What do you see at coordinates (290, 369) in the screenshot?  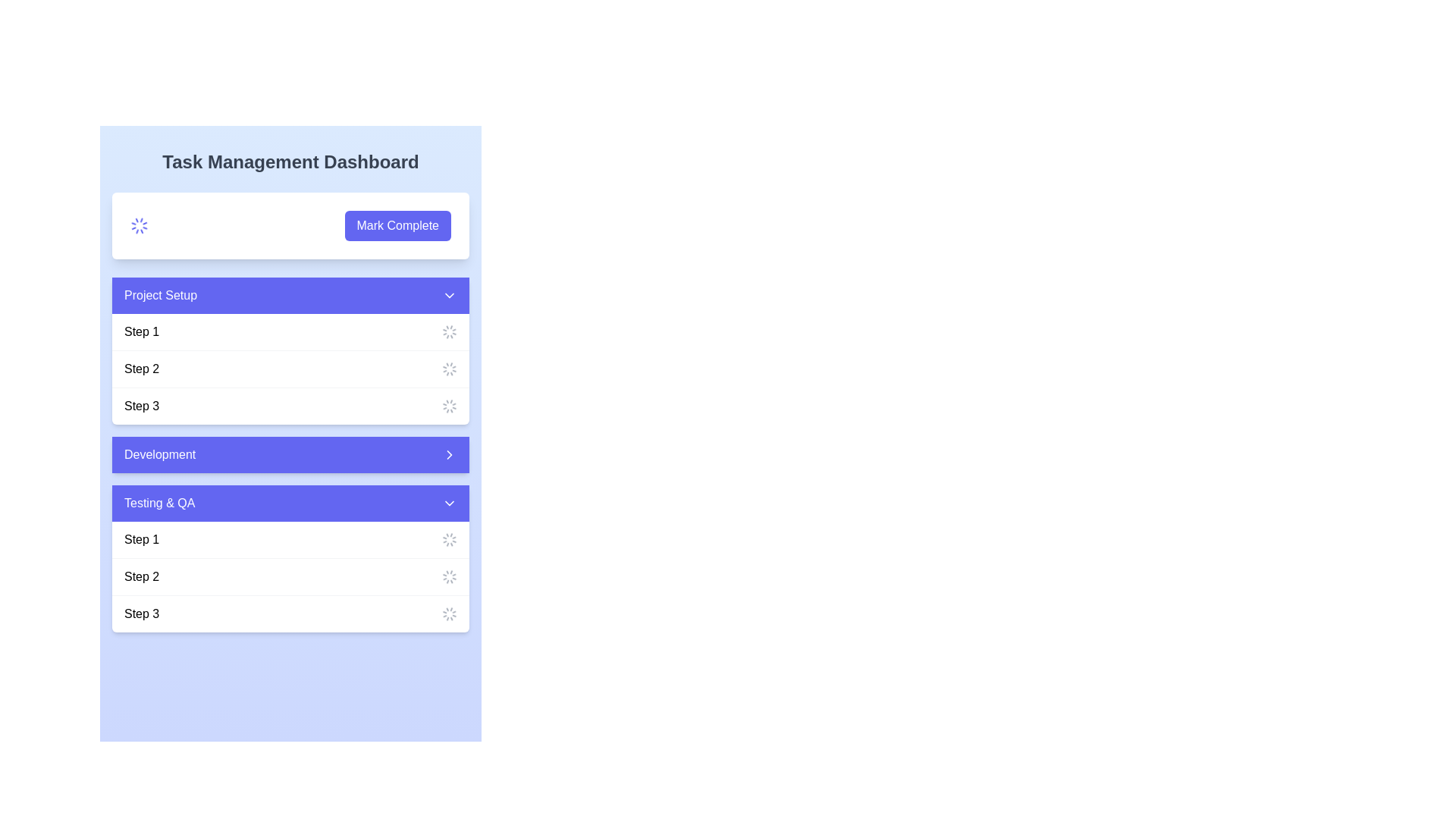 I see `'Step 2'` at bounding box center [290, 369].